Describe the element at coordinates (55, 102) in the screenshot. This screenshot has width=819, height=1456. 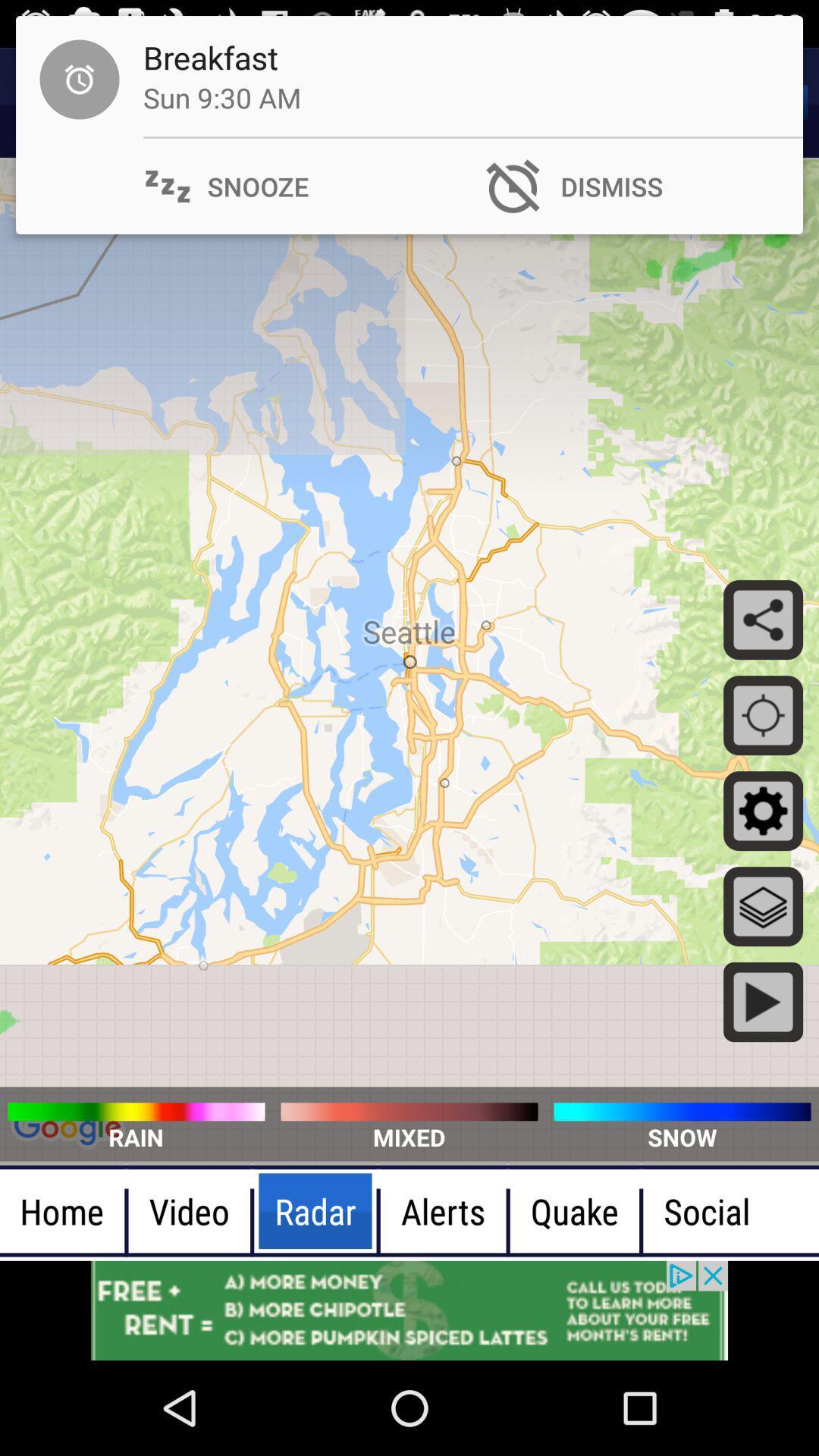
I see `the time icon` at that location.